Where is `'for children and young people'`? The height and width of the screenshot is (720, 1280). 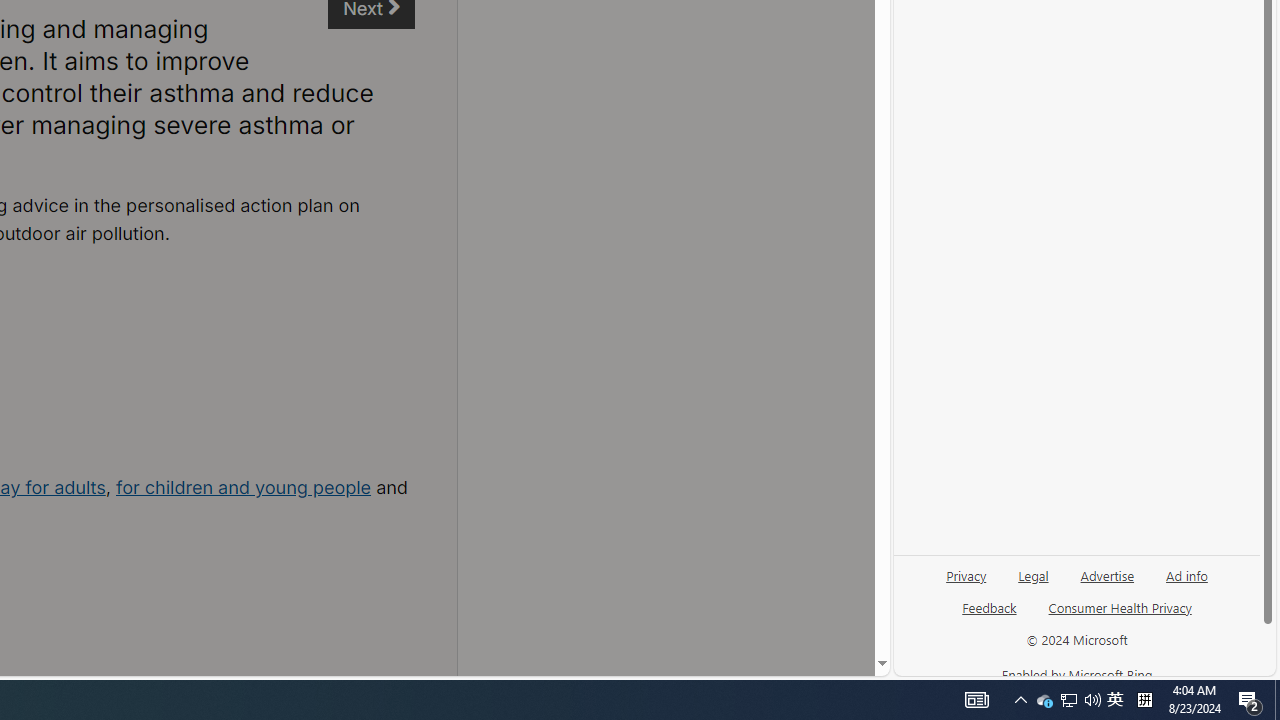 'for children and young people' is located at coordinates (243, 487).